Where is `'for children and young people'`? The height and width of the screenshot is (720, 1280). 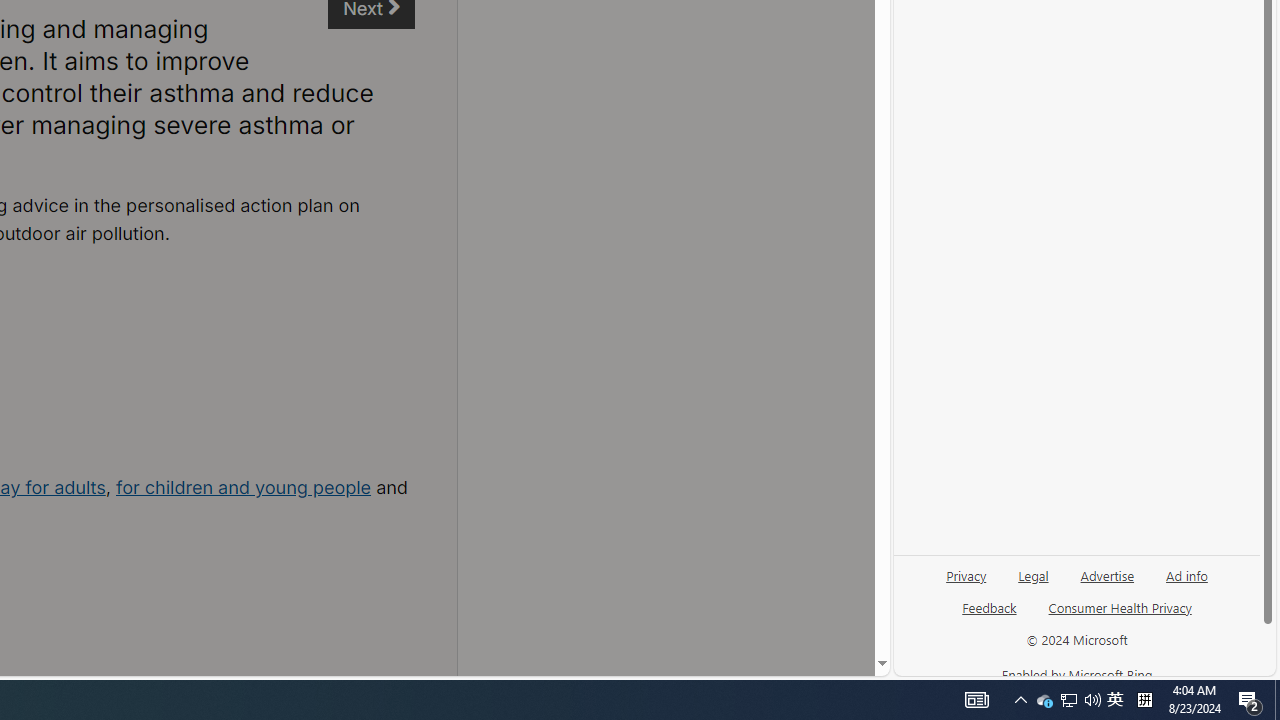 'for children and young people' is located at coordinates (243, 487).